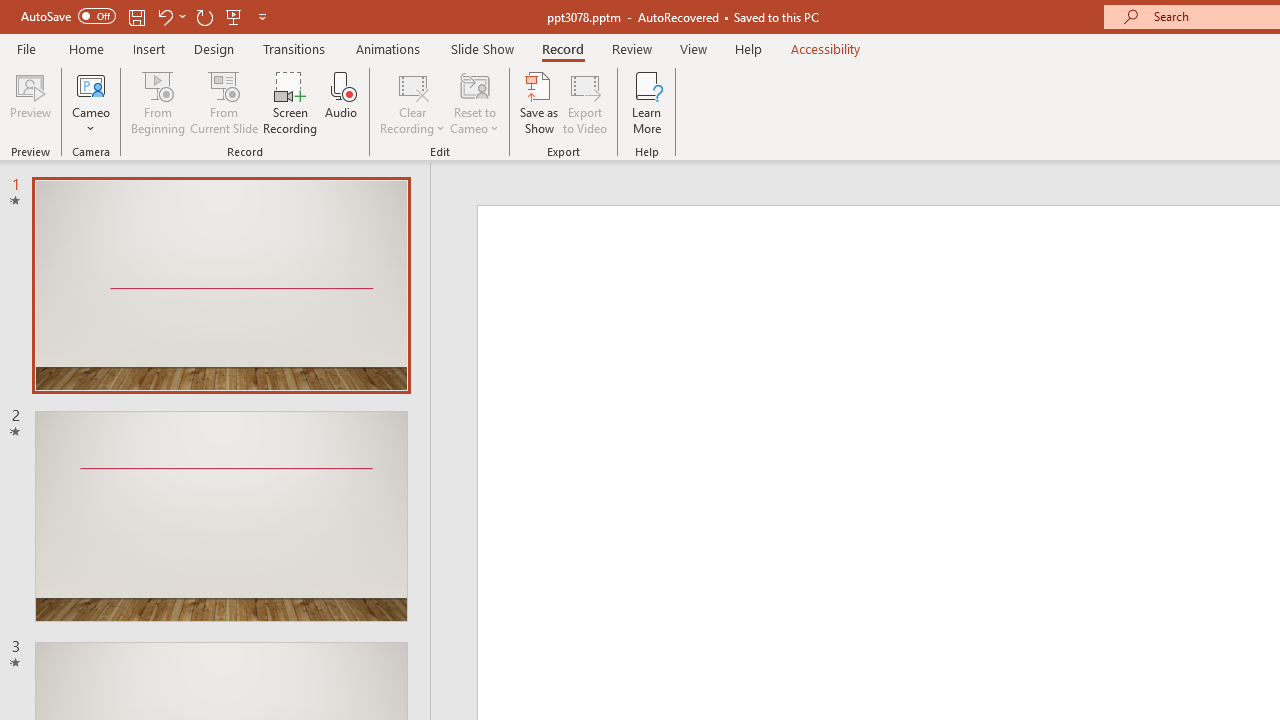 The image size is (1280, 720). Describe the element at coordinates (341, 103) in the screenshot. I see `'Audio'` at that location.